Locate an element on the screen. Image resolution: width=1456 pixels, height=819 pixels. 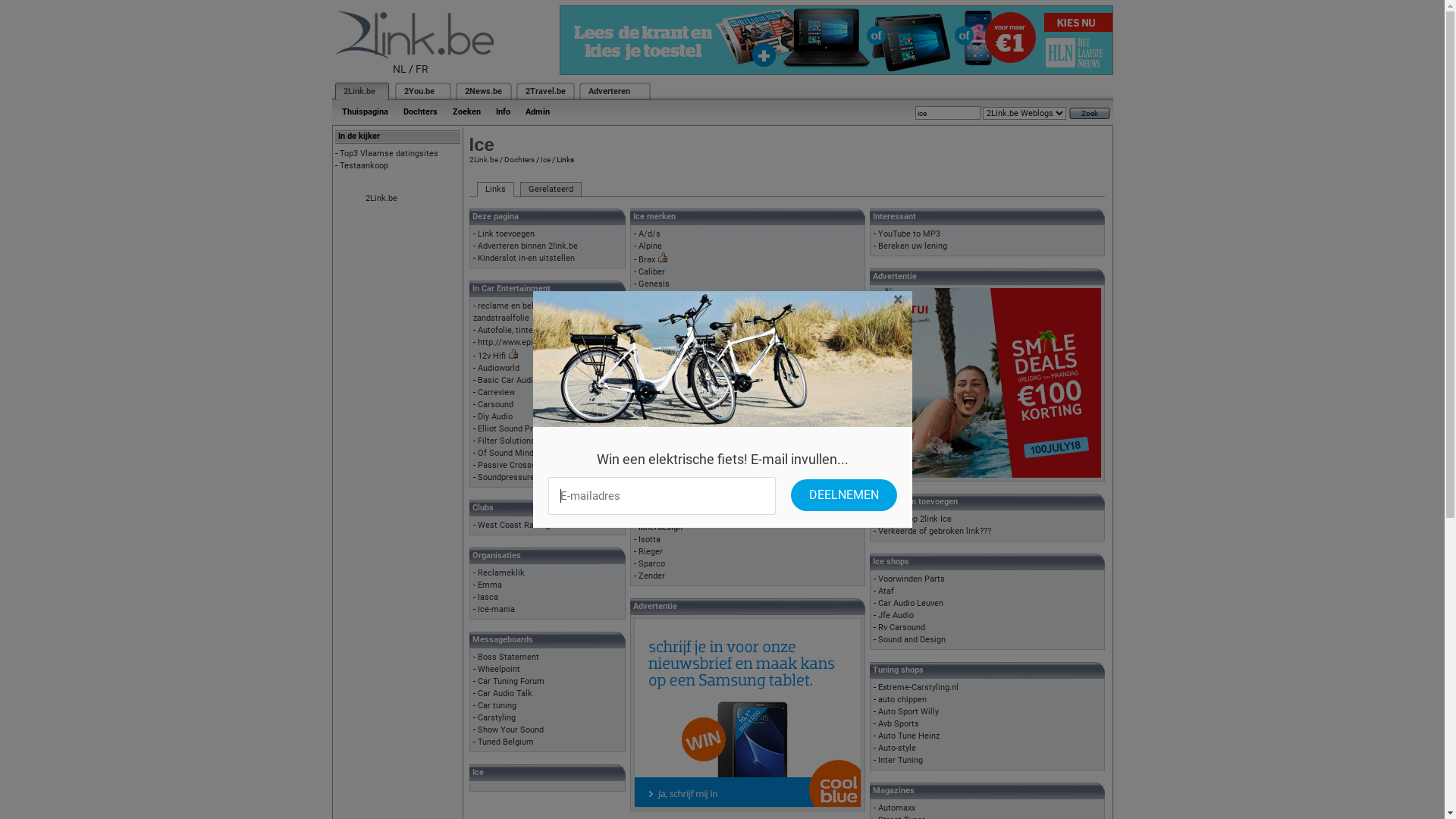
'Verkeerde of gebroken link???' is located at coordinates (934, 530).